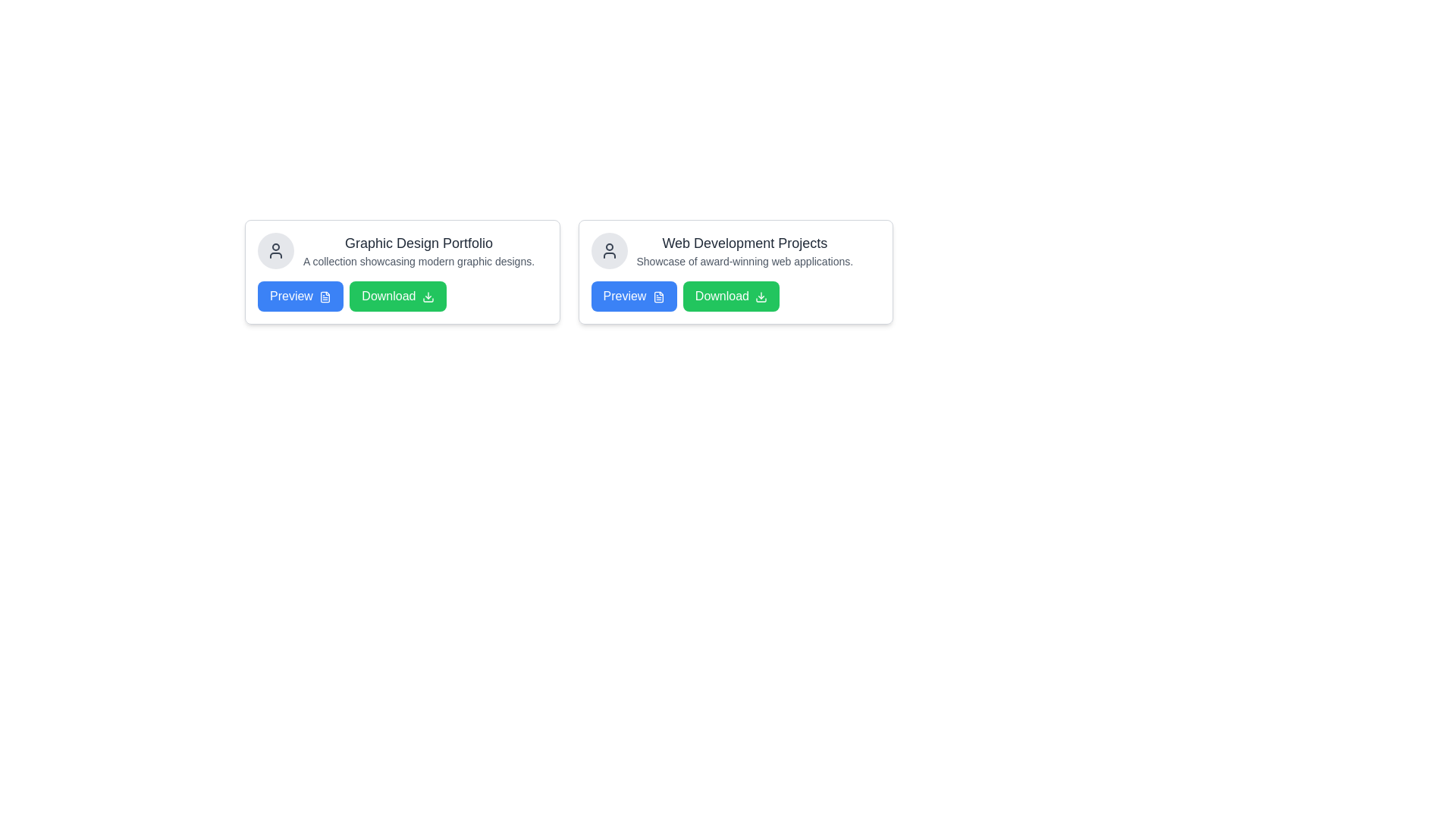  I want to click on text label that says 'Web Development Projects', which is styled with a larger font size and bold dark gray text, located at the top right section of a card layout, so click(745, 242).